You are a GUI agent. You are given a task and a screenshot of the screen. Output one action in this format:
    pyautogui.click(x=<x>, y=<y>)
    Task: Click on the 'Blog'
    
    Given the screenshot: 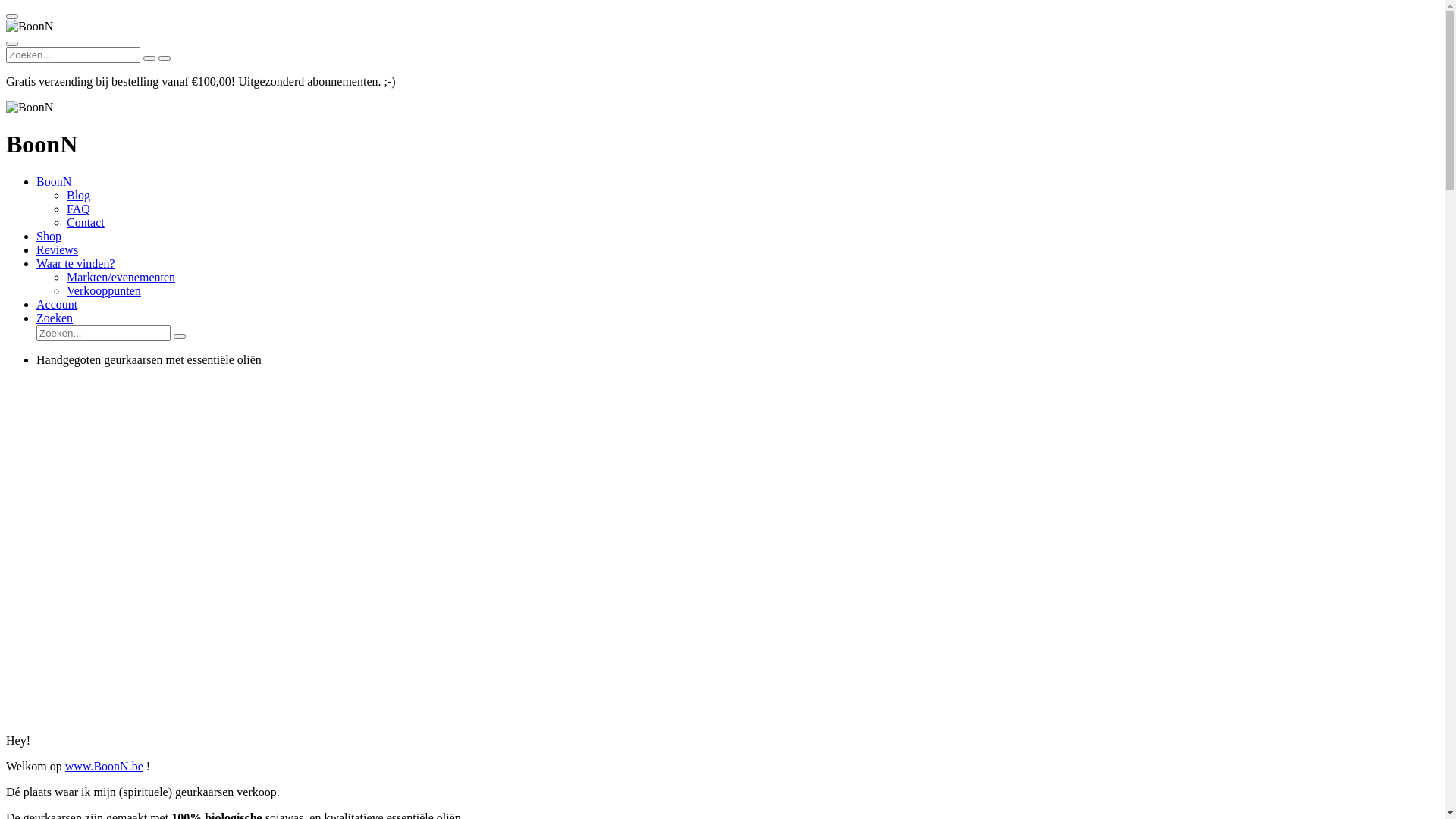 What is the action you would take?
    pyautogui.click(x=77, y=194)
    